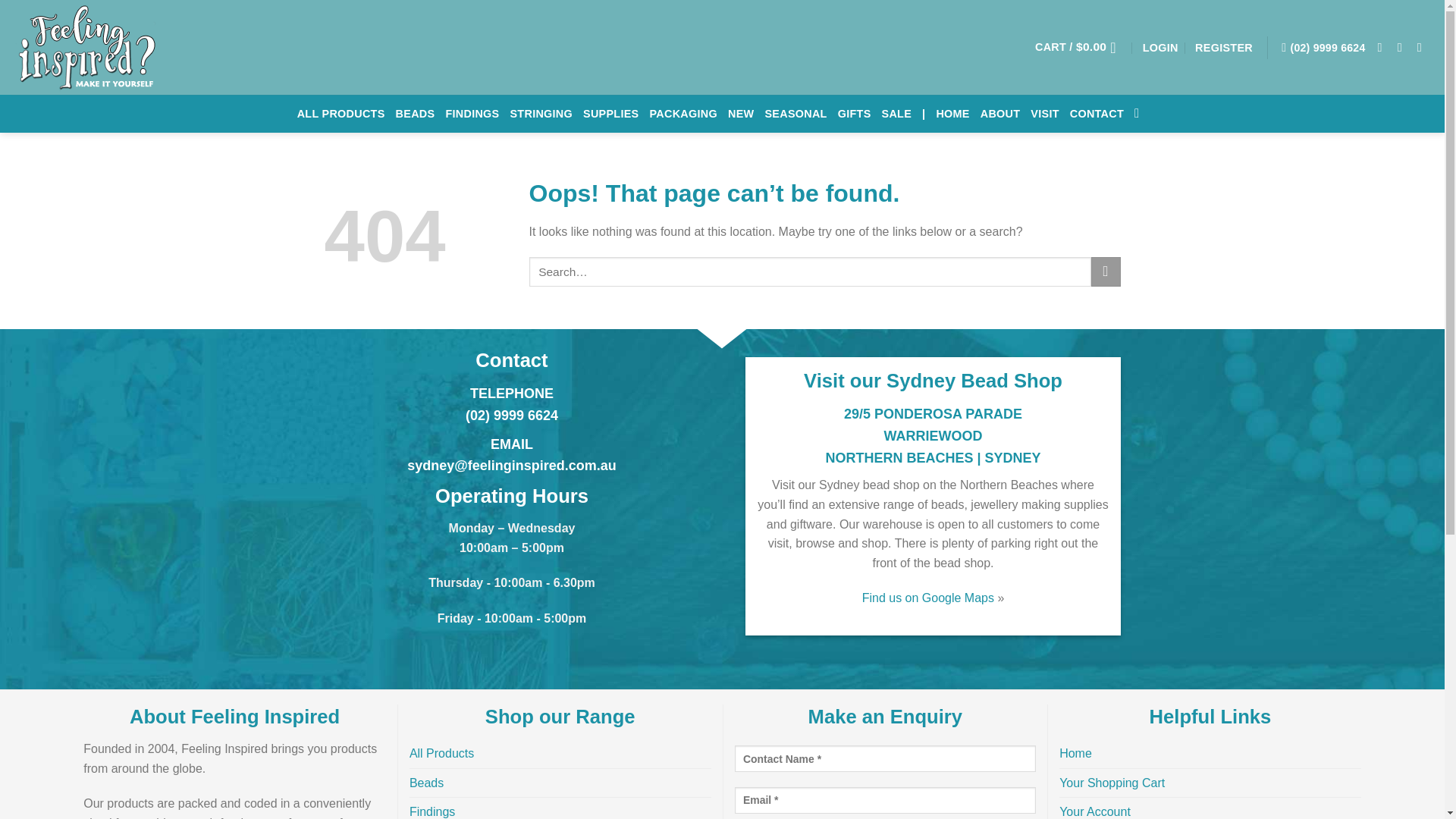 The width and height of the screenshot is (1456, 819). What do you see at coordinates (512, 464) in the screenshot?
I see `'sydney@feelinginspired.com.au'` at bounding box center [512, 464].